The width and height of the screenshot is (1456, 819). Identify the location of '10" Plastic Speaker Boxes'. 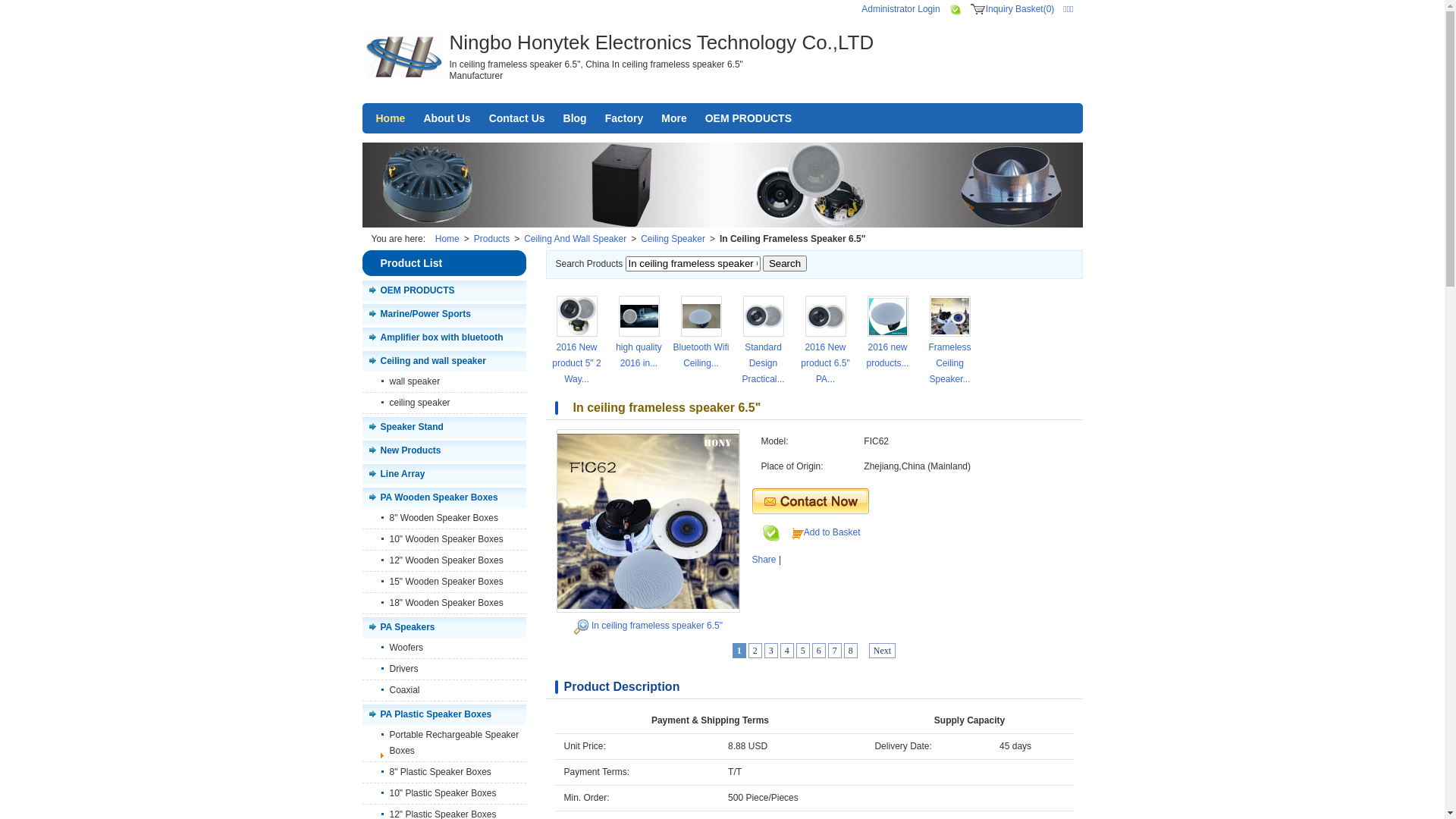
(443, 792).